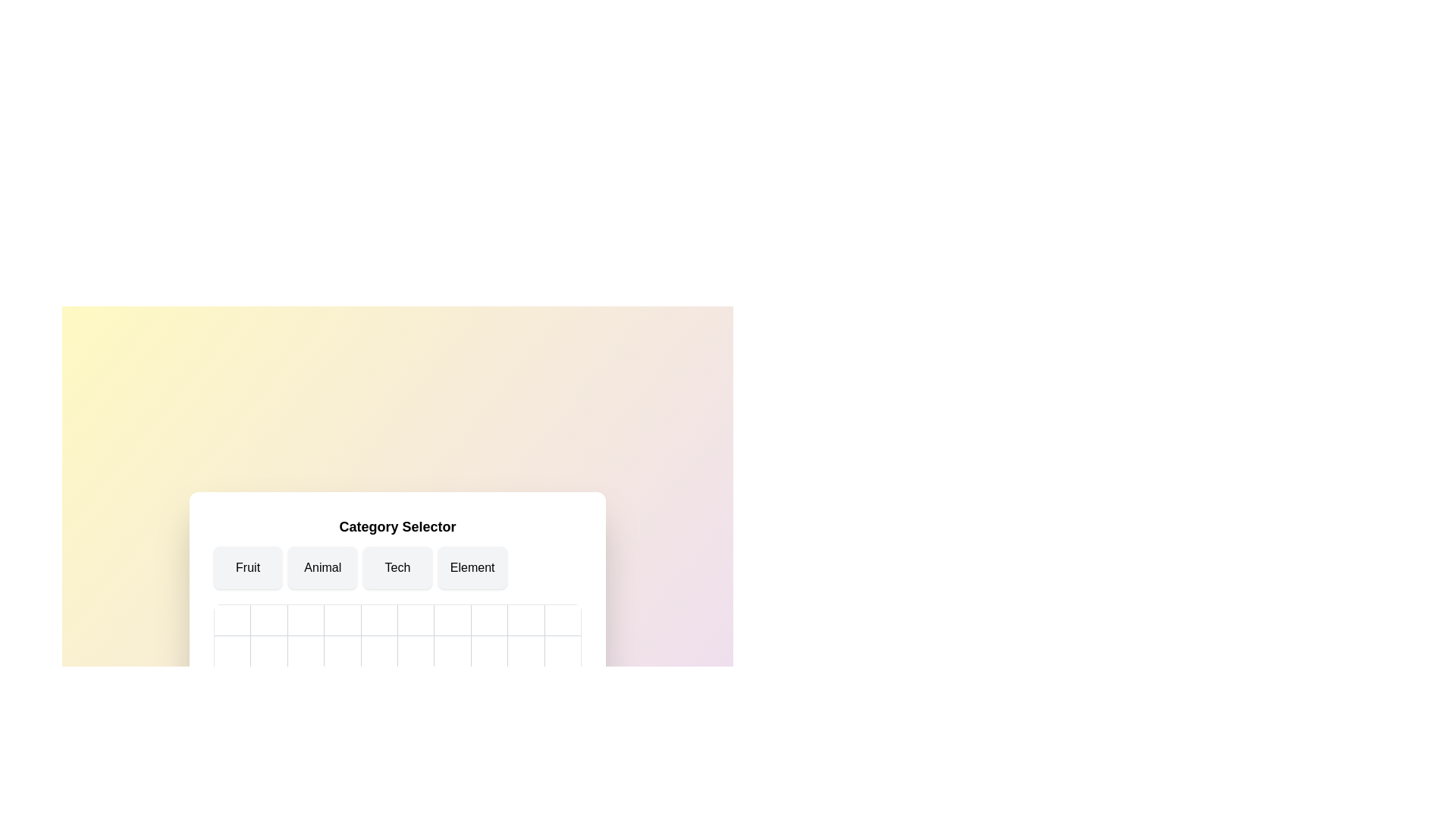 The width and height of the screenshot is (1456, 819). What do you see at coordinates (322, 567) in the screenshot?
I see `the category Animal to select it` at bounding box center [322, 567].